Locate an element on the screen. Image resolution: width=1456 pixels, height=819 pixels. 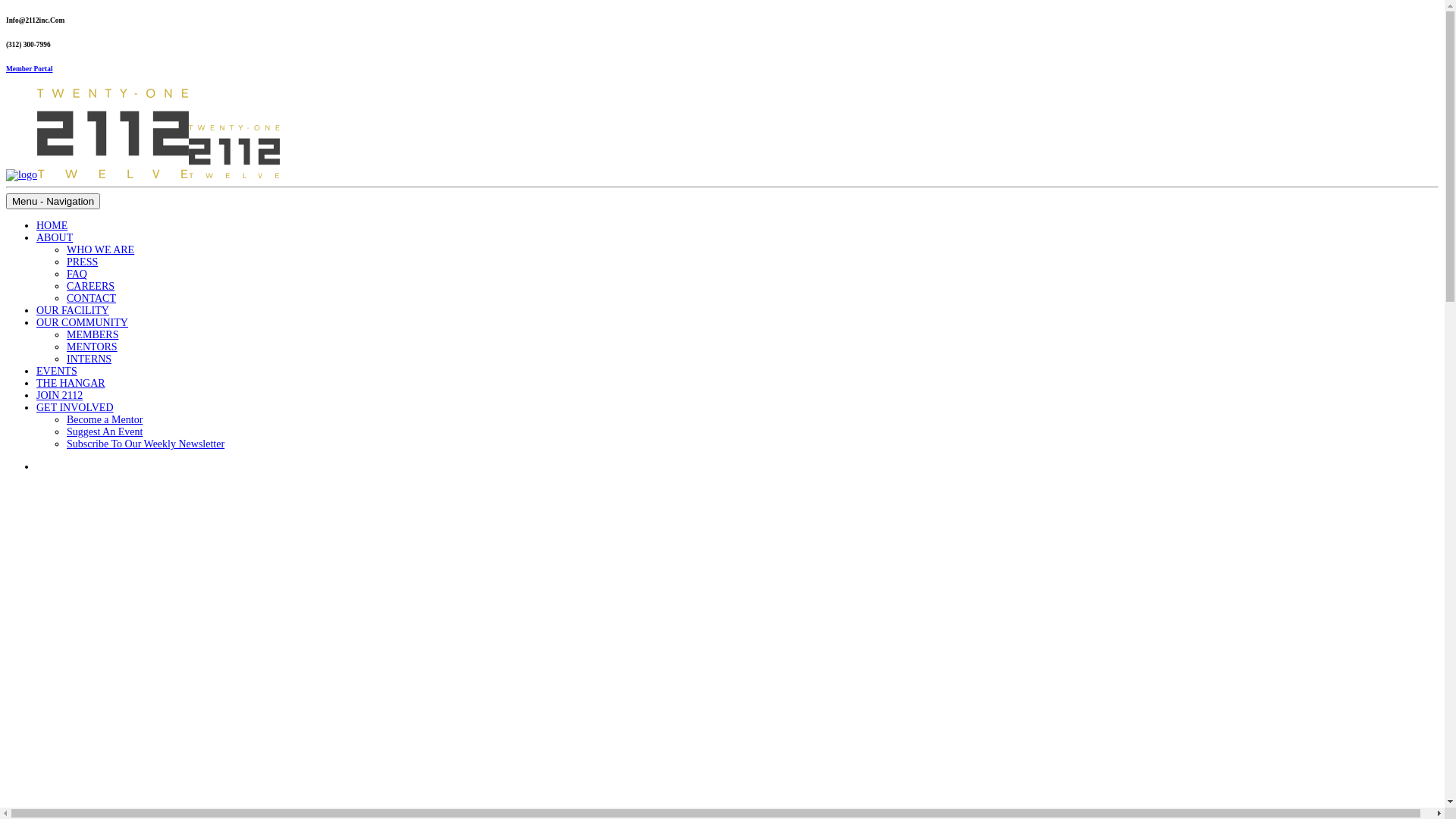
'MENTORS' is located at coordinates (91, 347).